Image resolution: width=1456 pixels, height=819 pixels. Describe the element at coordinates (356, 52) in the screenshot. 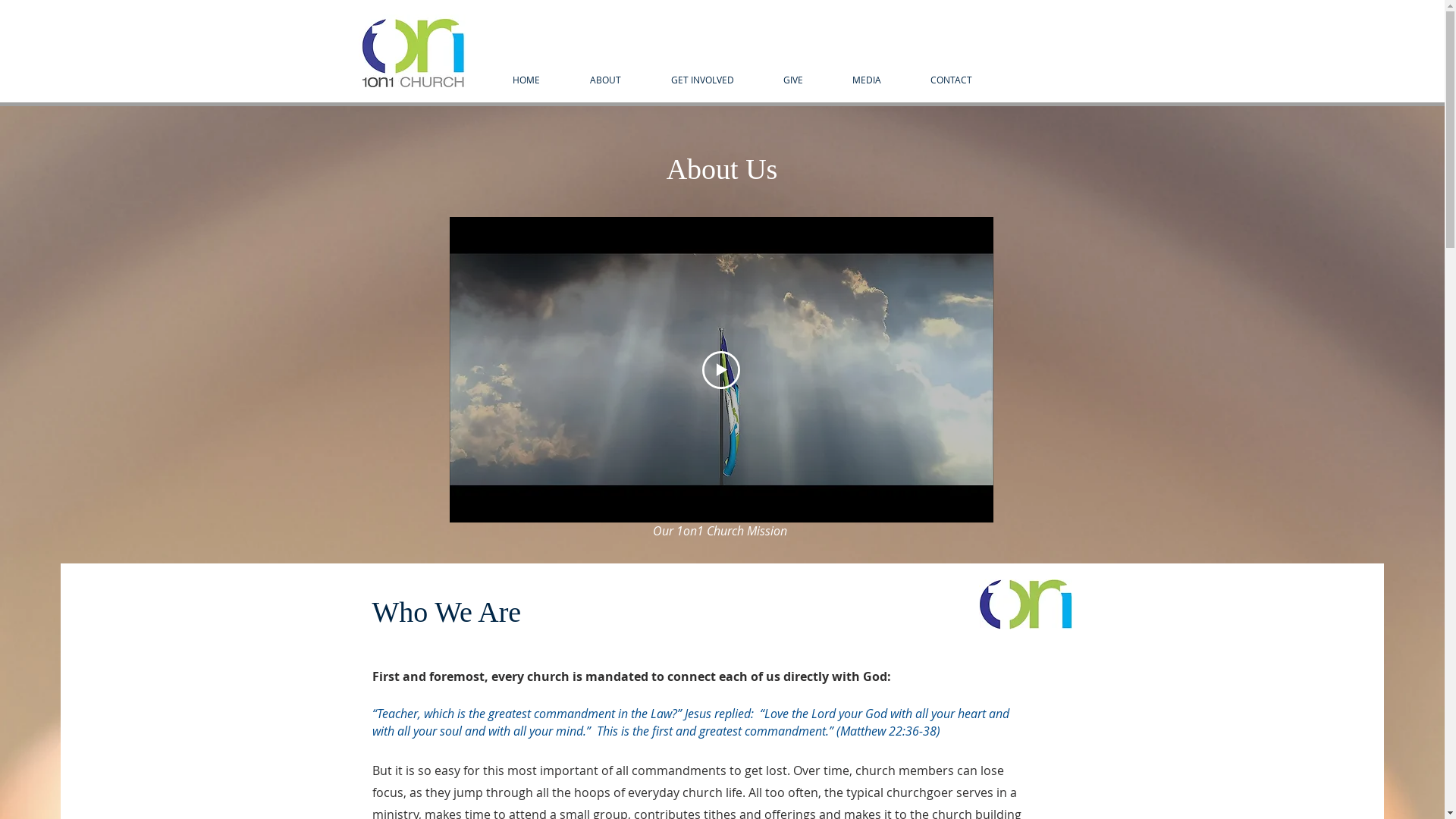

I see `'DECAL 1on1 logo bug + name.jpg'` at that location.